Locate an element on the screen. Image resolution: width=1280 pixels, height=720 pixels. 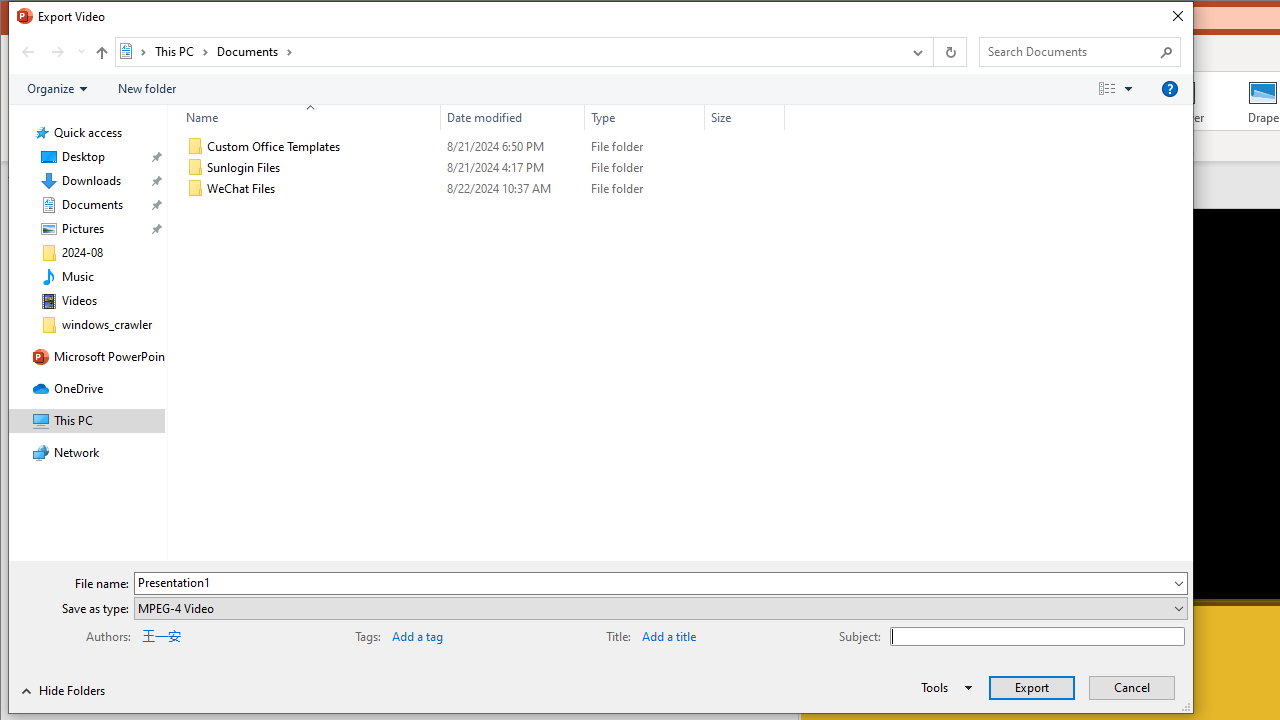
'Date modified' is located at coordinates (513, 117).